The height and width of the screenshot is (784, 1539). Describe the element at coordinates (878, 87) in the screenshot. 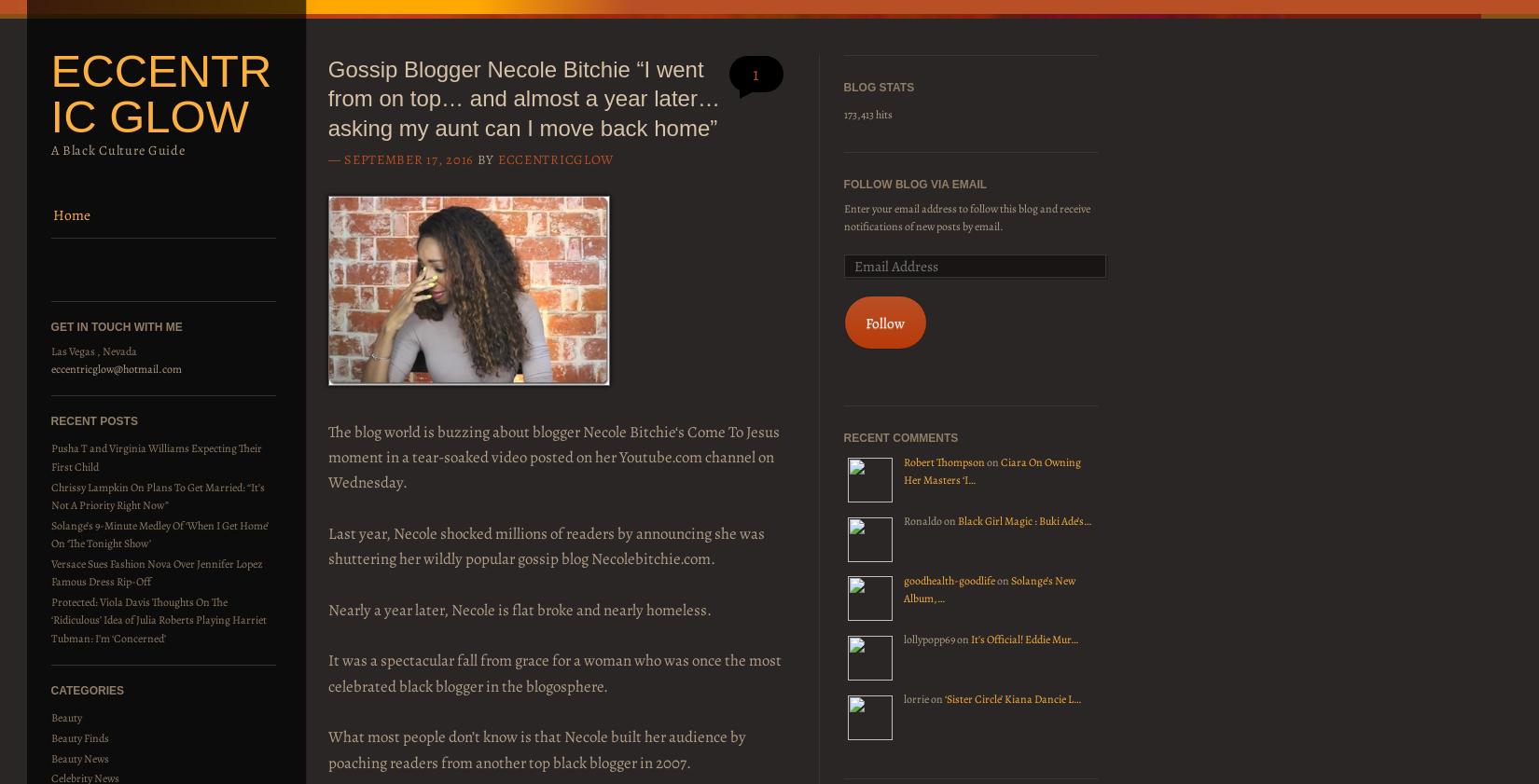

I see `'Blog Stats'` at that location.